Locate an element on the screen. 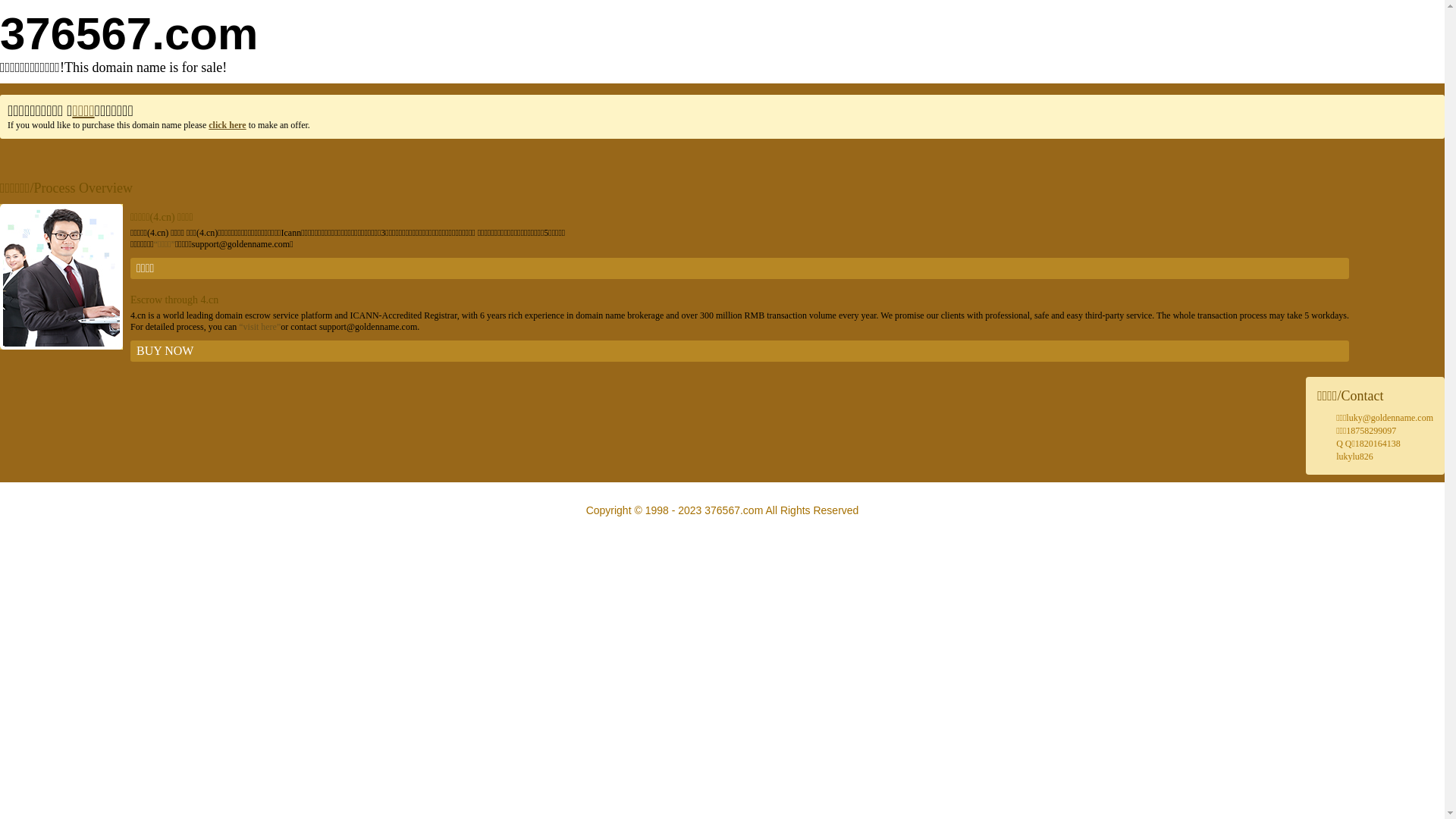 The width and height of the screenshot is (1456, 819). 'click here' is located at coordinates (226, 124).